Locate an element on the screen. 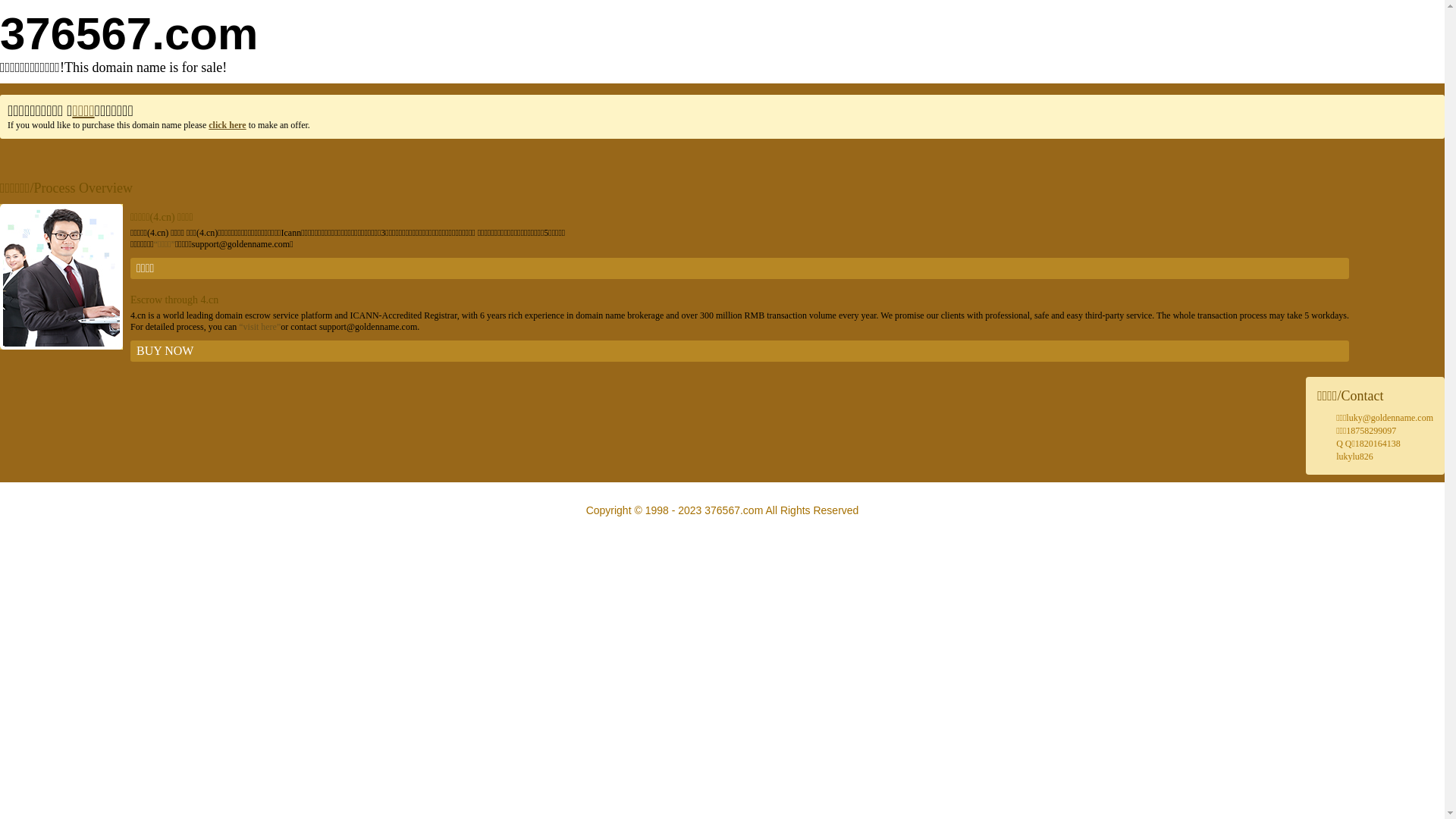 The width and height of the screenshot is (1456, 819). 'click here' is located at coordinates (226, 124).